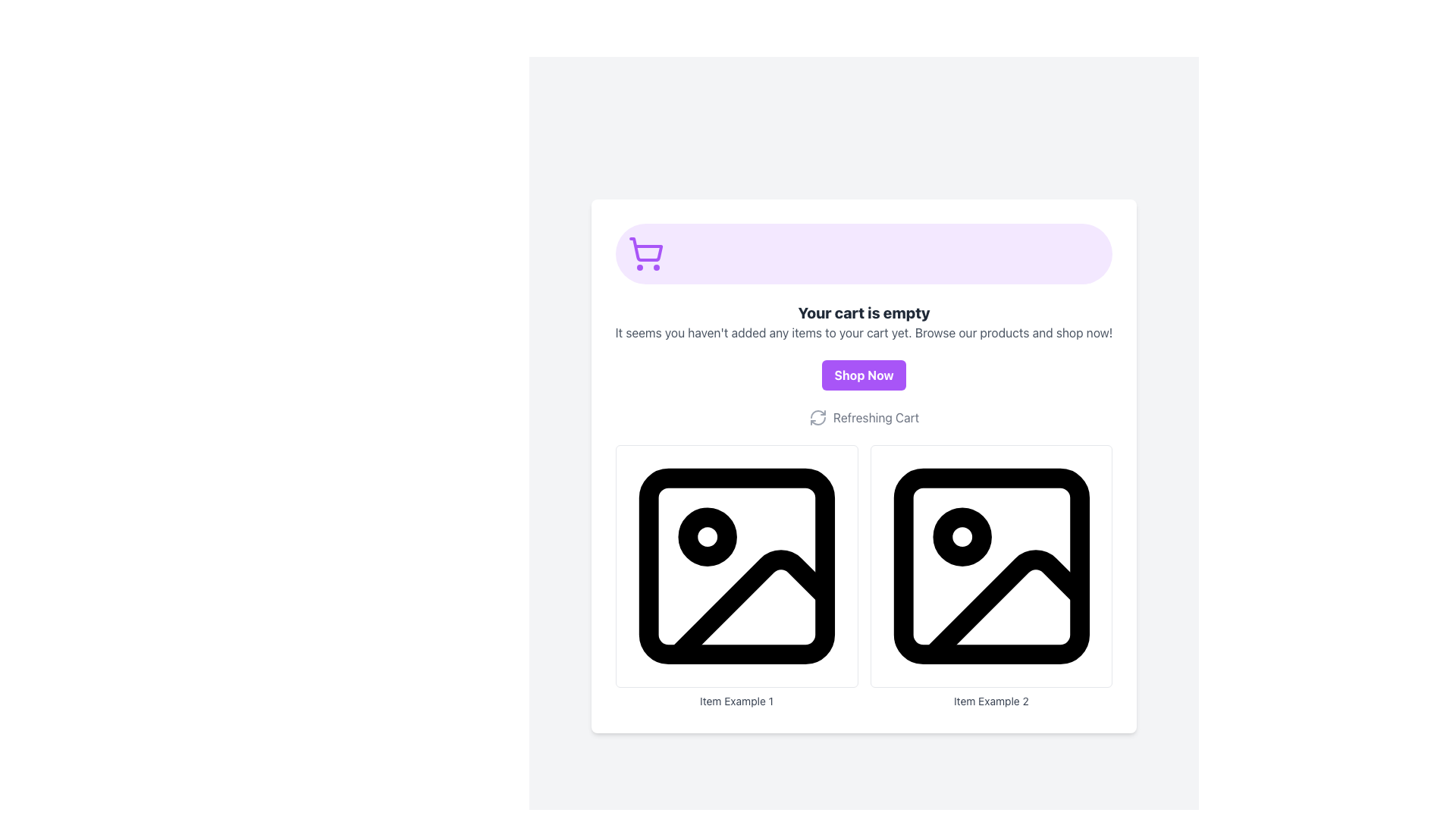 The height and width of the screenshot is (819, 1456). Describe the element at coordinates (876, 418) in the screenshot. I see `the text label displaying 'Refreshing Cart' which is located below the 'Shop Now' button and to the right of a refresh icon` at that location.